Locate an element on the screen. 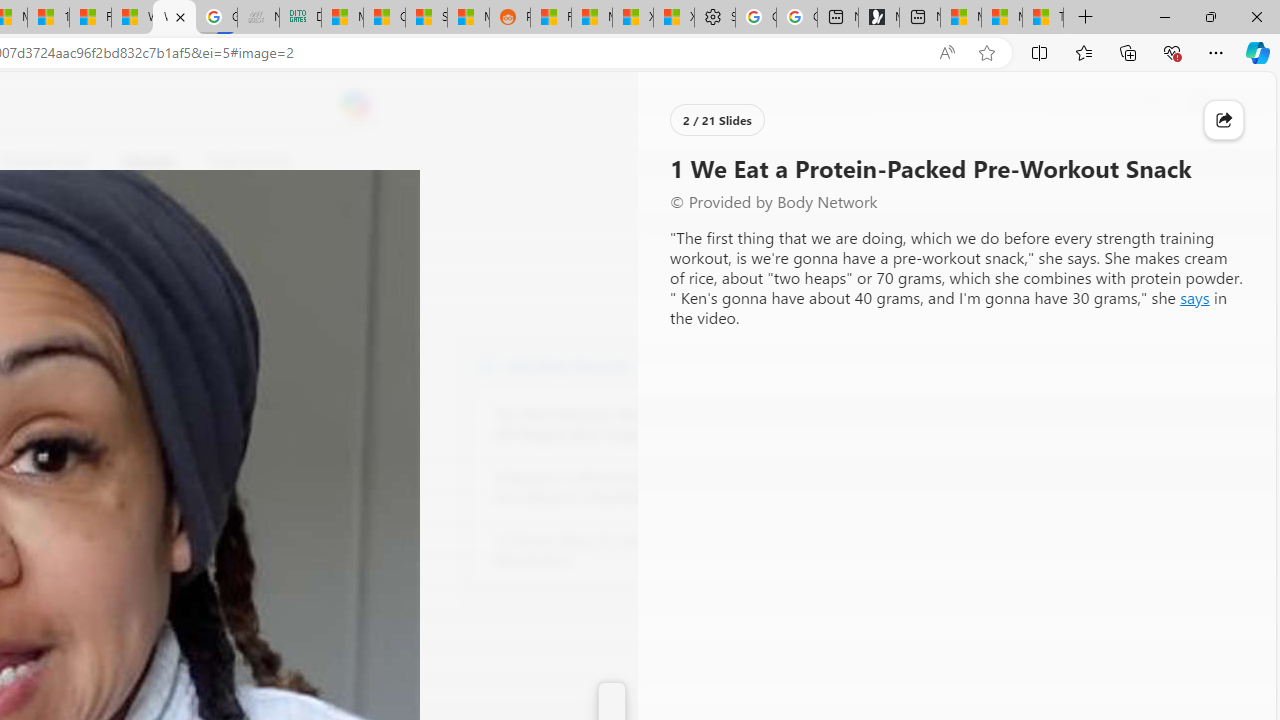 Image resolution: width=1280 pixels, height=720 pixels. 'Class: at-item immersive' is located at coordinates (1223, 120).